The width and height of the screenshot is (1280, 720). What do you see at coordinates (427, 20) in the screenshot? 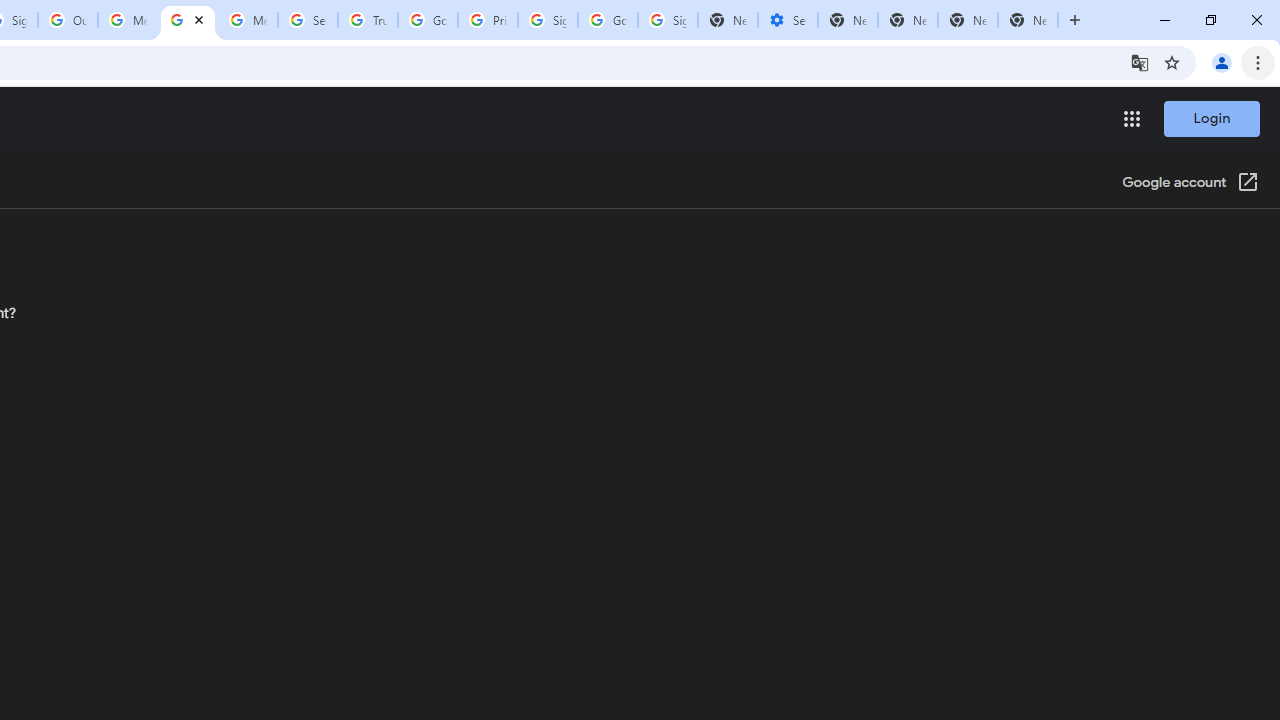
I see `'Google Ads - Sign in'` at bounding box center [427, 20].